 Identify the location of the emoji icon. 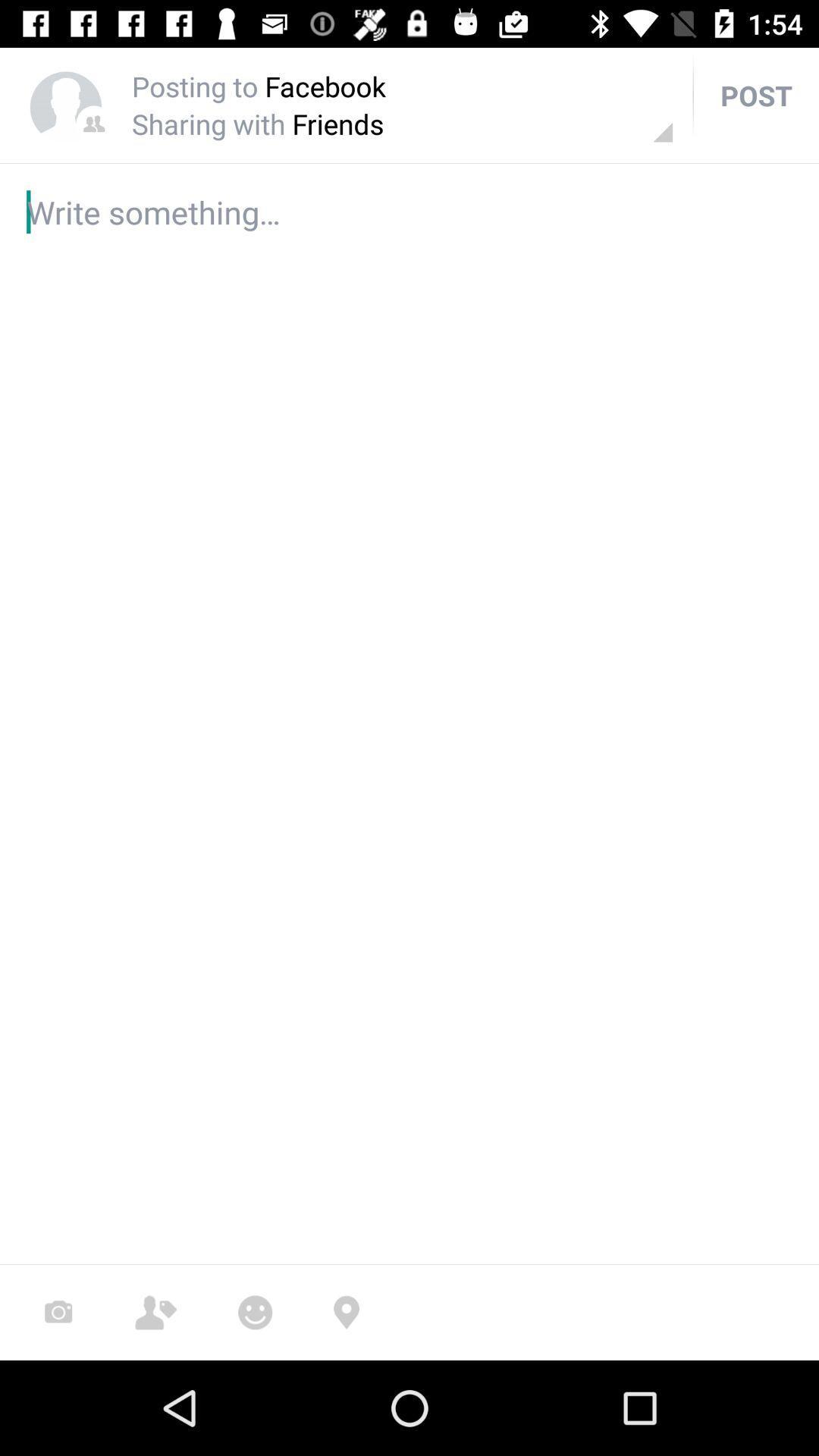
(254, 1312).